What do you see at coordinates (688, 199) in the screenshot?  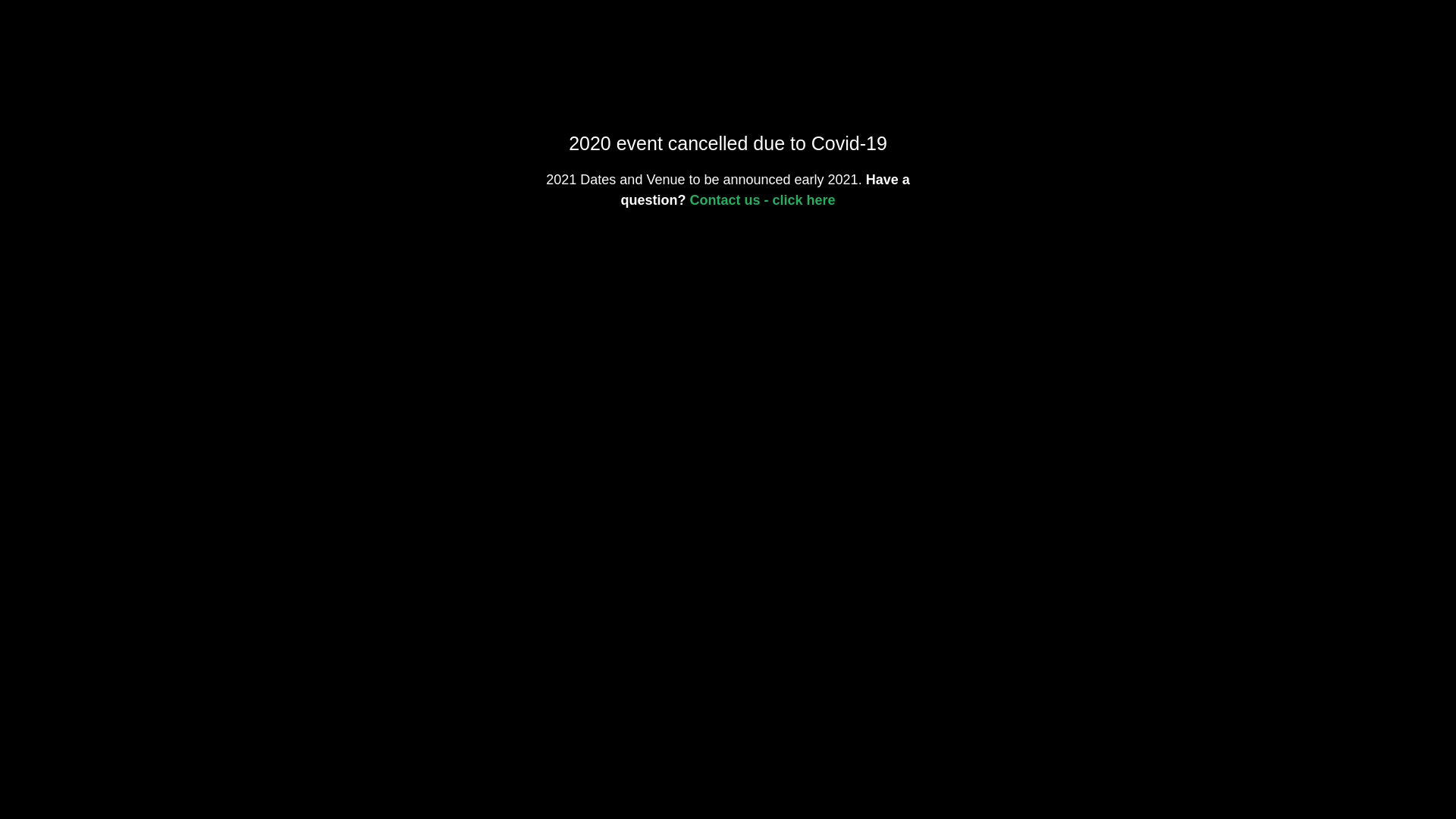 I see `'Contact us - click here'` at bounding box center [688, 199].